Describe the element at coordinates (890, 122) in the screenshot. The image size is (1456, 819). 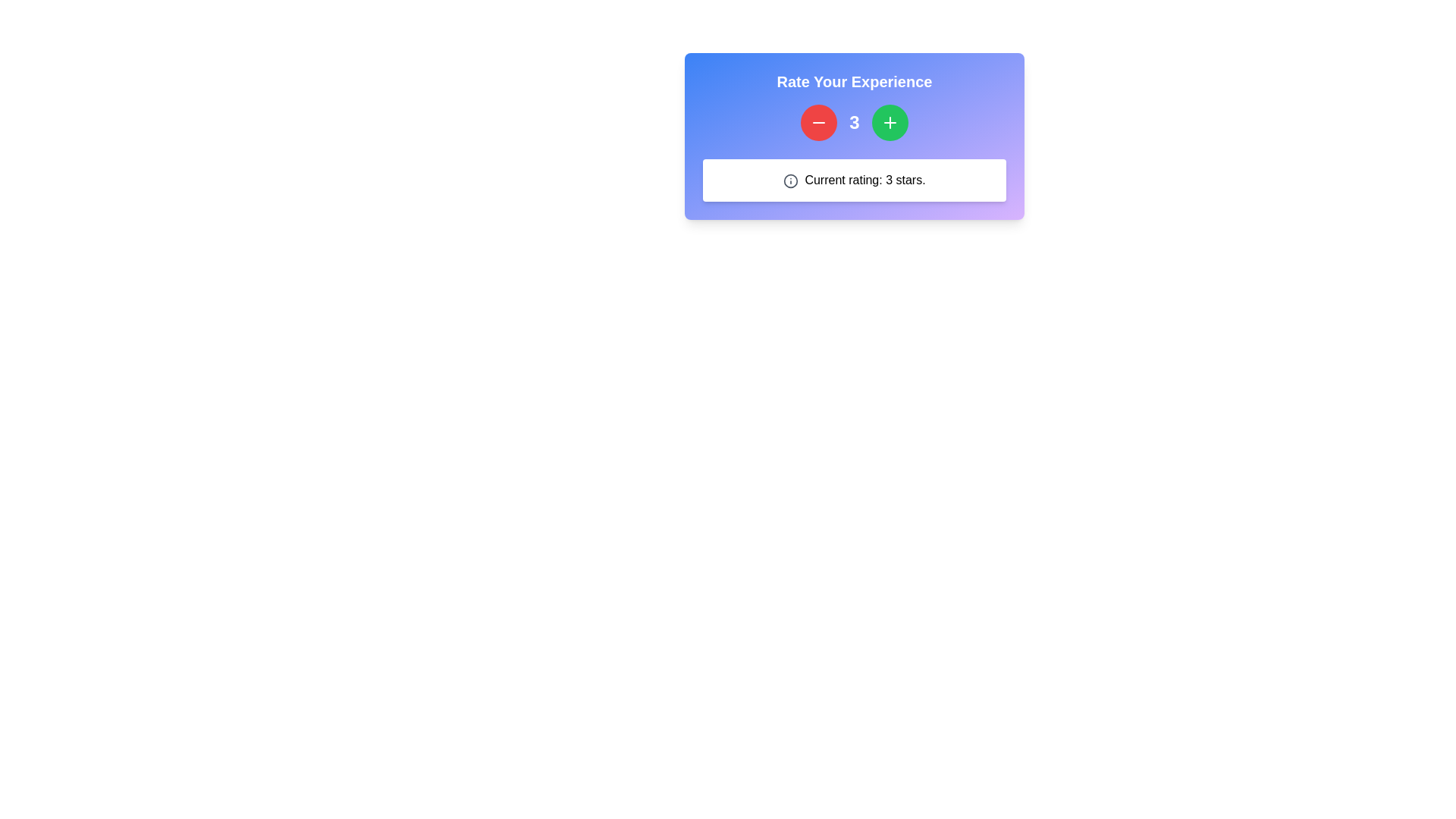
I see `the increment button located in the top-right section of the rating interface to increase the numerical rating displayed next to it` at that location.